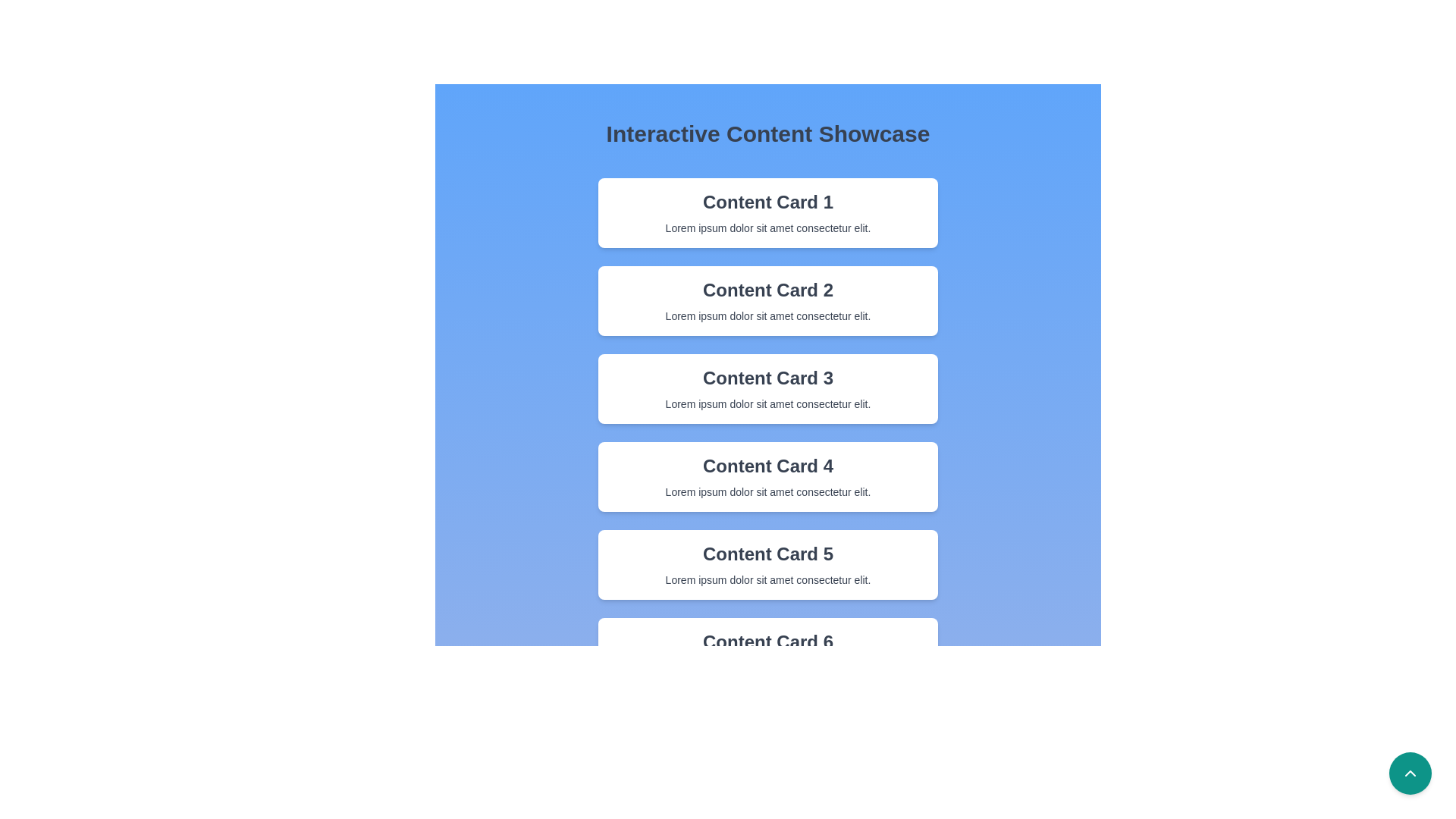 The width and height of the screenshot is (1456, 819). Describe the element at coordinates (767, 564) in the screenshot. I see `the informational card titled 'Content Card 5', which is a white rectangular card with rounded corners, displaying bold black text at the top and smaller gray text below` at that location.